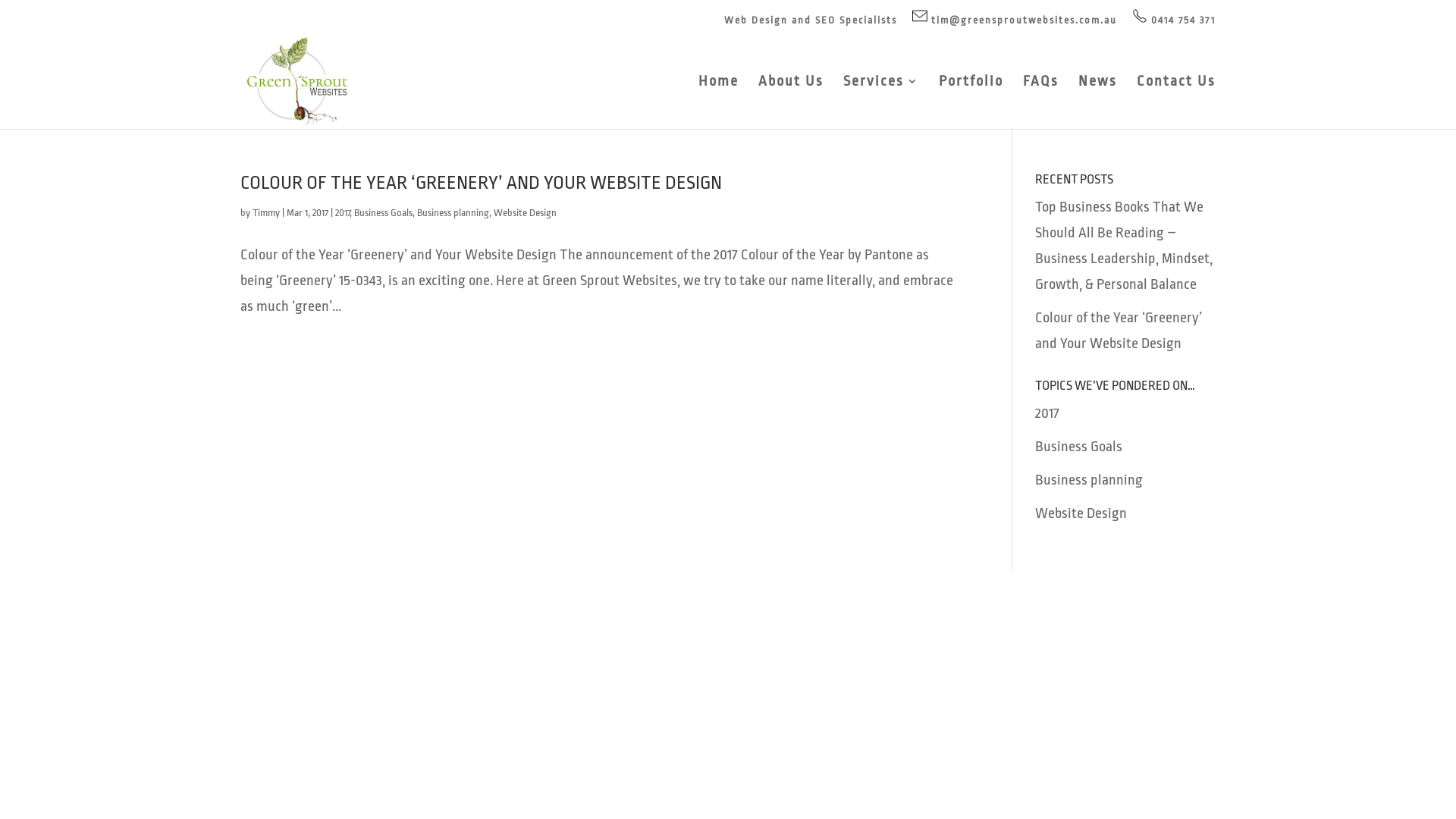  Describe the element at coordinates (341, 212) in the screenshot. I see `'2017'` at that location.